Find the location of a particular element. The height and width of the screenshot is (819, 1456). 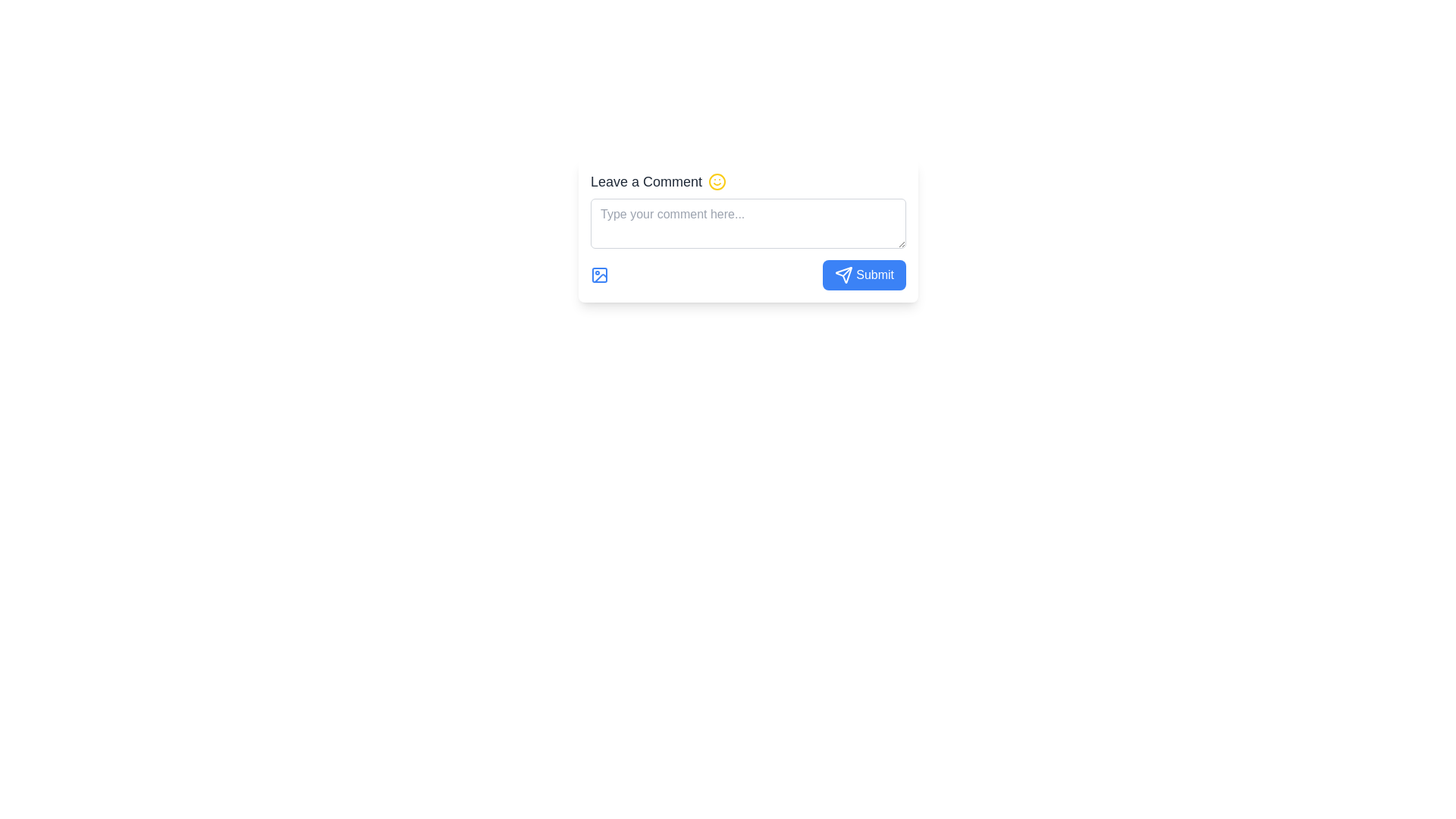

the visual indicator icon for the 'Submit' action located to the left of the textual 'Submit' within the blue button at the bottom-right corner of the comment form is located at coordinates (843, 275).